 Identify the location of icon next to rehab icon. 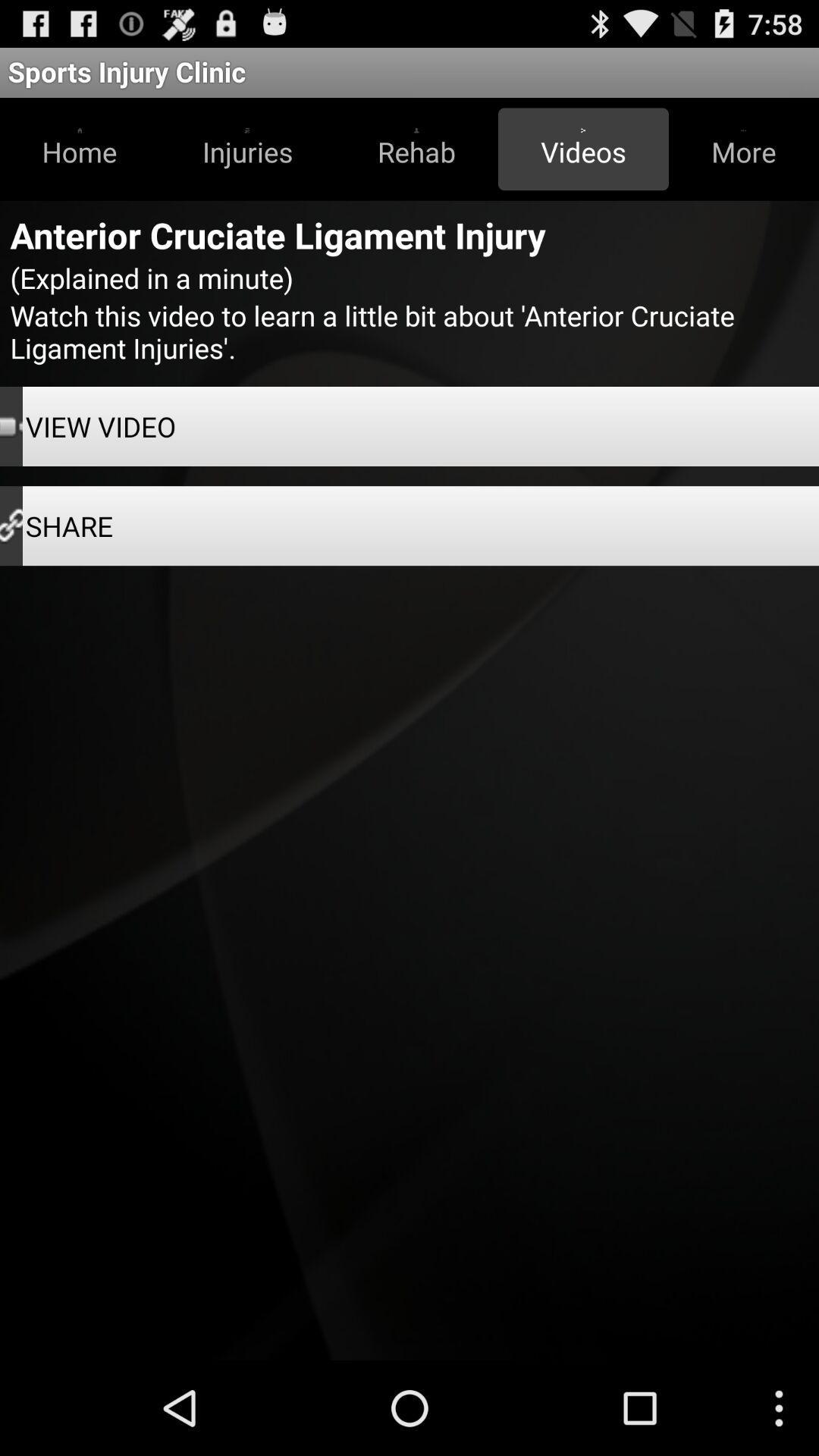
(582, 149).